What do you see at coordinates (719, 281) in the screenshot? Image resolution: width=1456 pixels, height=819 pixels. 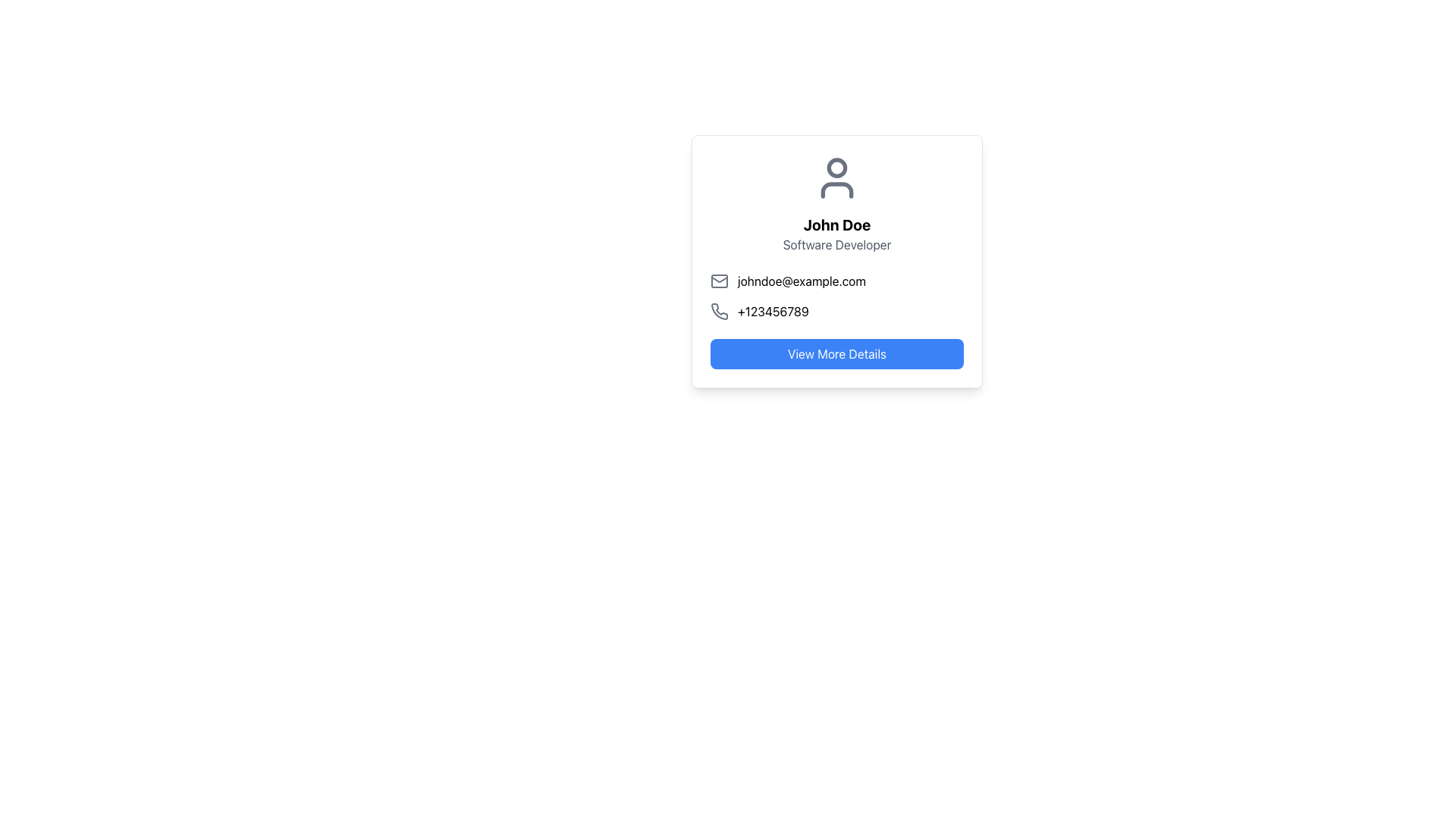 I see `the envelope icon representing the email feature, which is located to the left of the email text 'johndoe@example.com' within the contact detail section of a card layout` at bounding box center [719, 281].